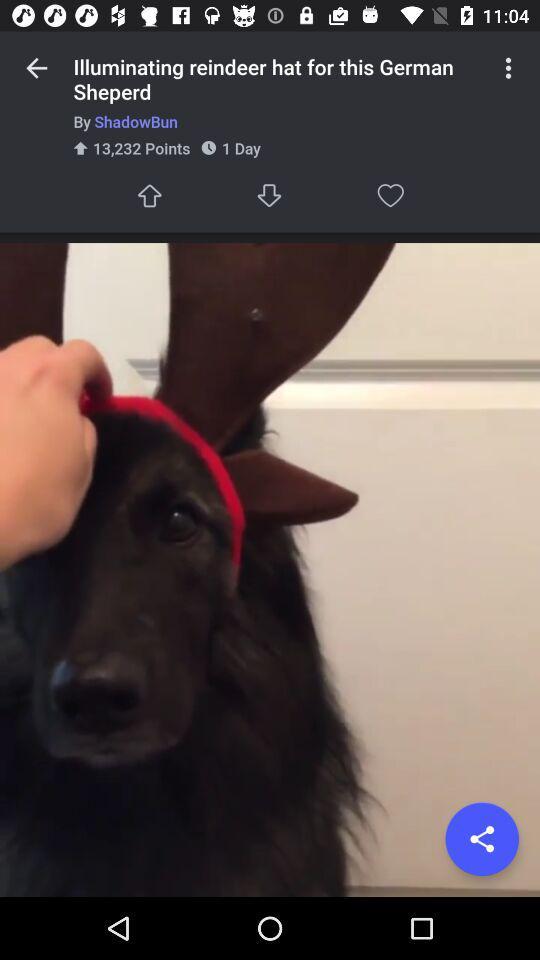 Image resolution: width=540 pixels, height=960 pixels. I want to click on icon above by shadowbun item, so click(508, 68).